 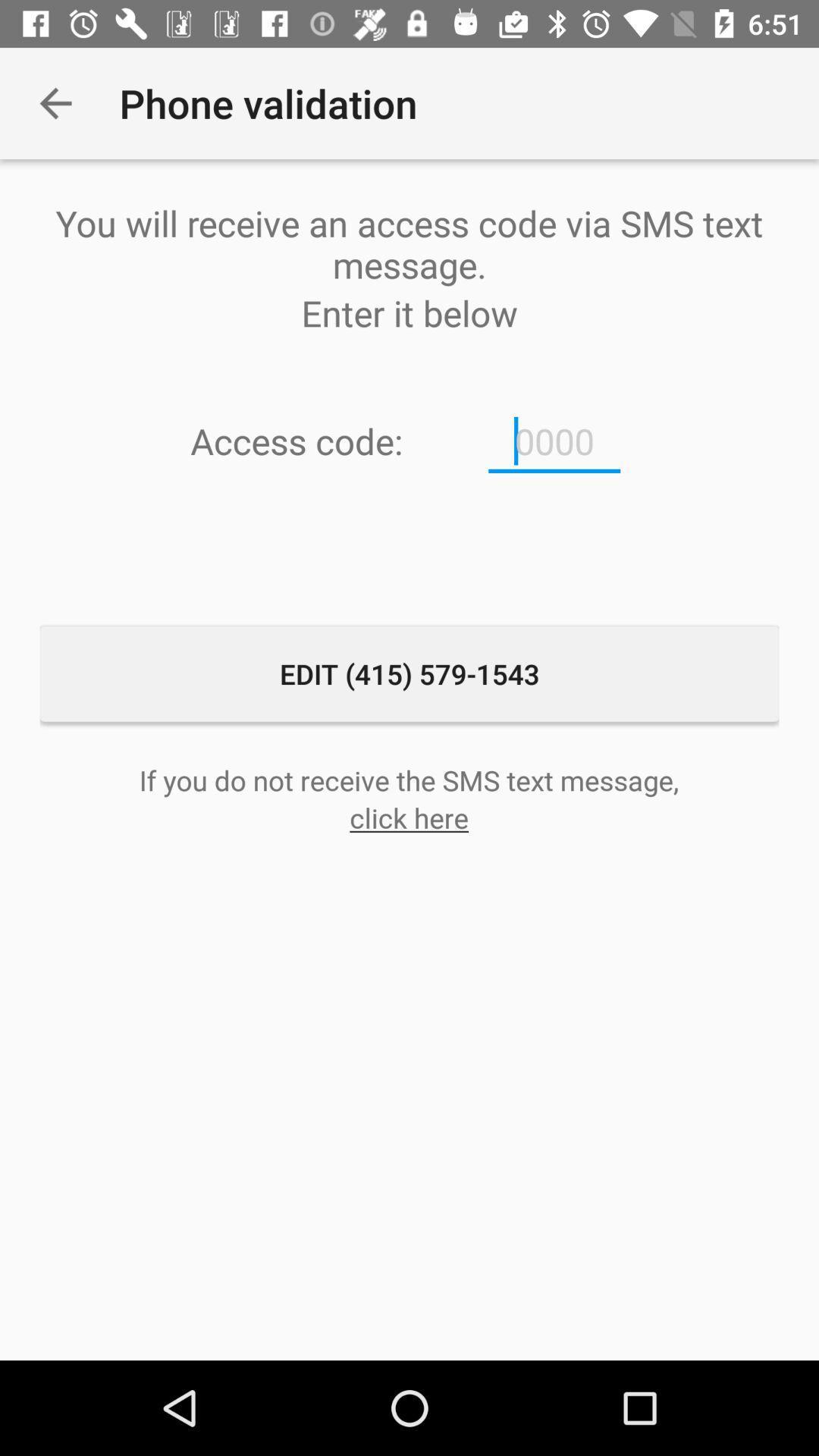 I want to click on icon next to access code: item, so click(x=554, y=441).